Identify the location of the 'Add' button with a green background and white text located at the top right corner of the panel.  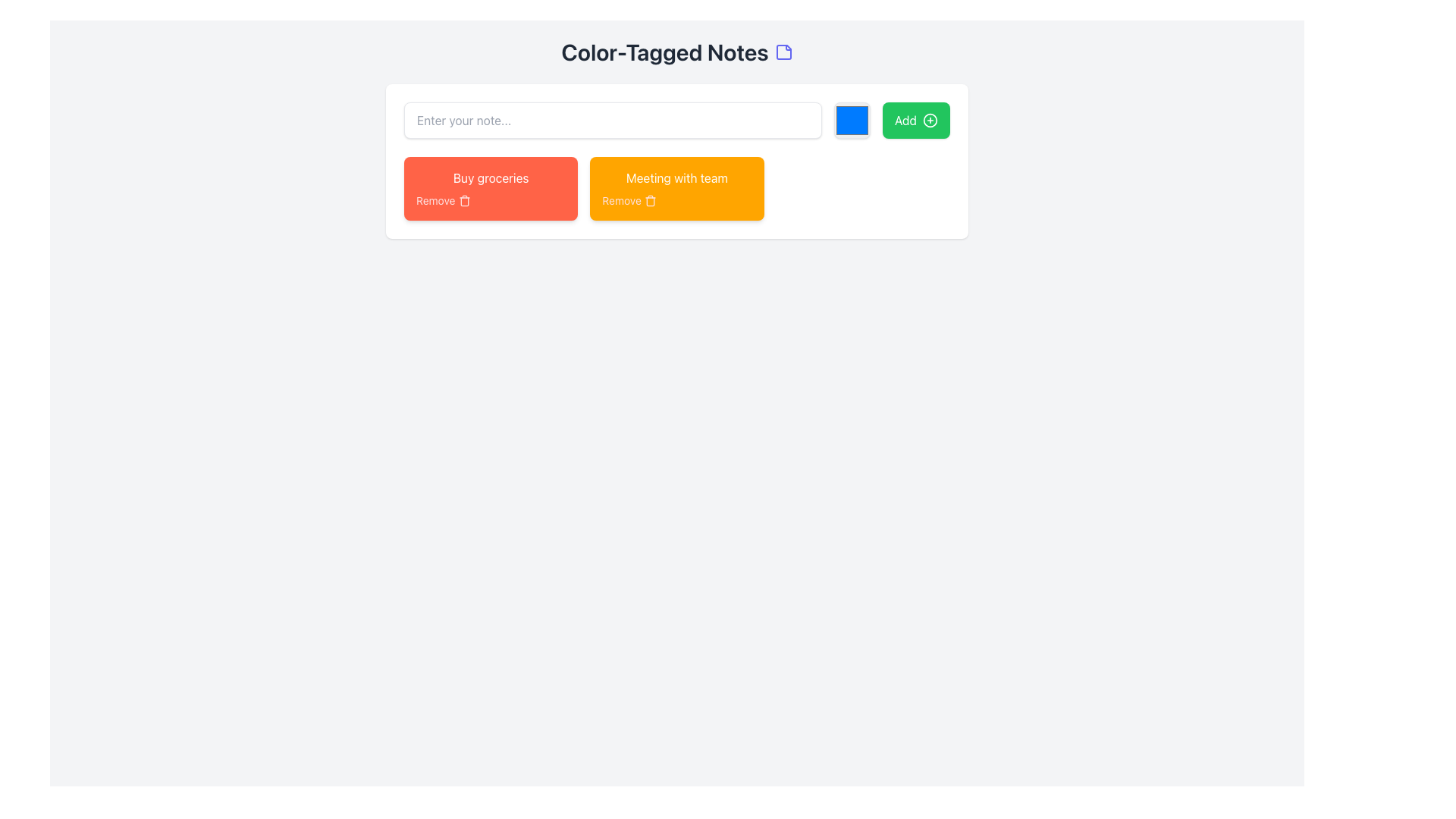
(915, 119).